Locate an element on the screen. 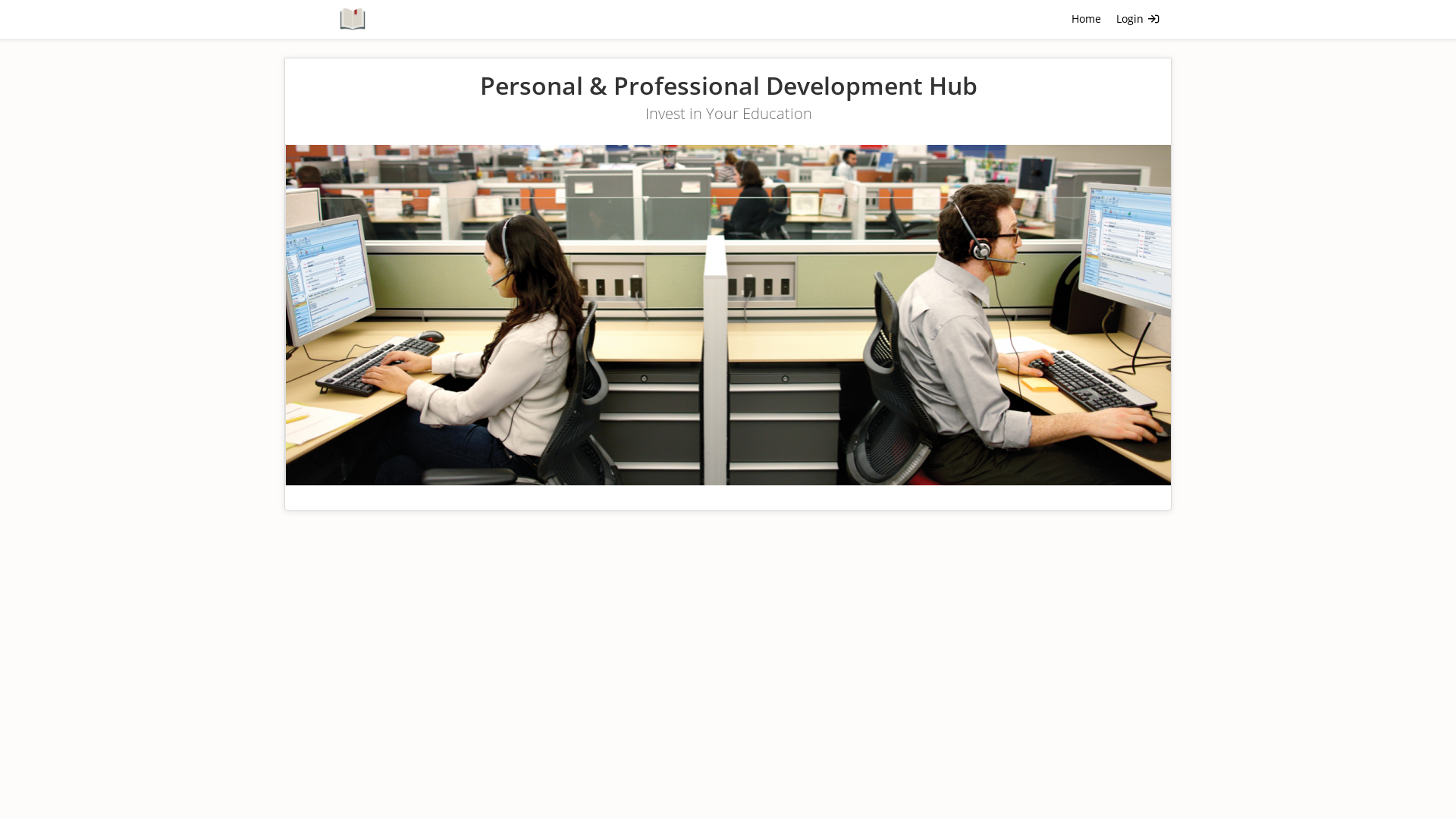 Image resolution: width=1456 pixels, height=819 pixels. 'Home' is located at coordinates (1085, 19).